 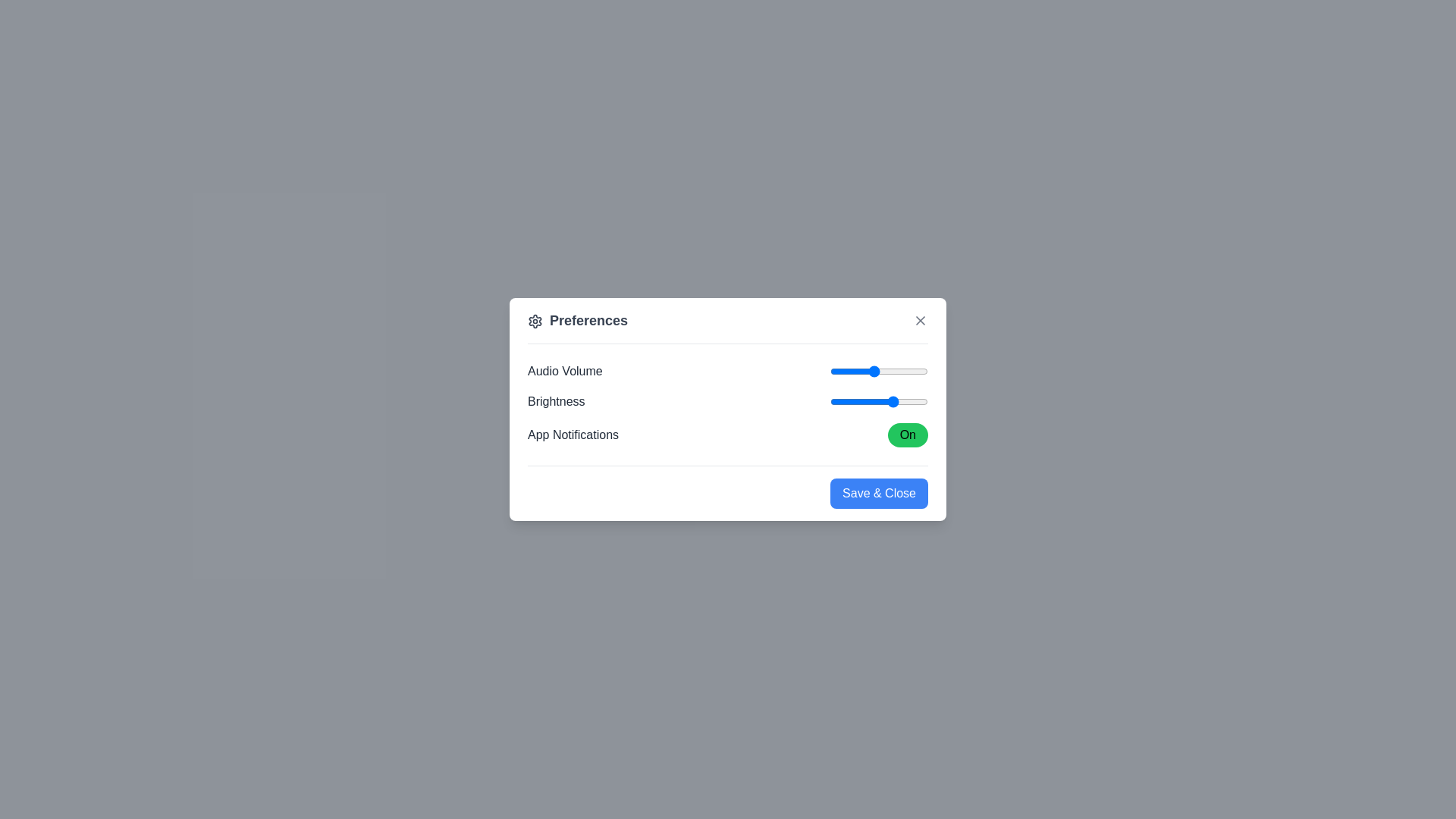 What do you see at coordinates (920, 320) in the screenshot?
I see `the close button (X) at the top-right corner of the Preferences dialog to close it without saving` at bounding box center [920, 320].